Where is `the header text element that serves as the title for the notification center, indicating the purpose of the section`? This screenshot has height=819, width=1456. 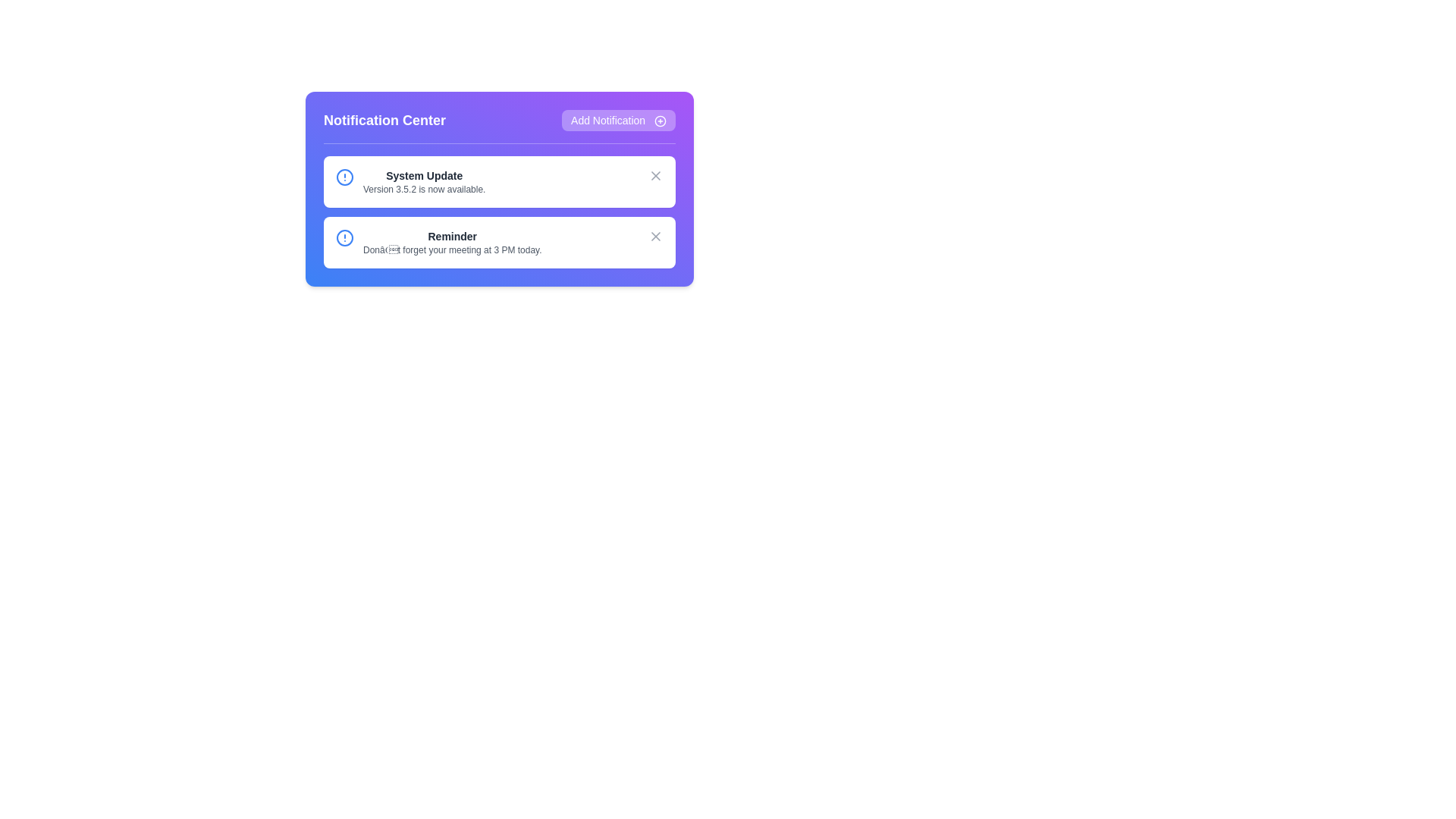 the header text element that serves as the title for the notification center, indicating the purpose of the section is located at coordinates (384, 119).